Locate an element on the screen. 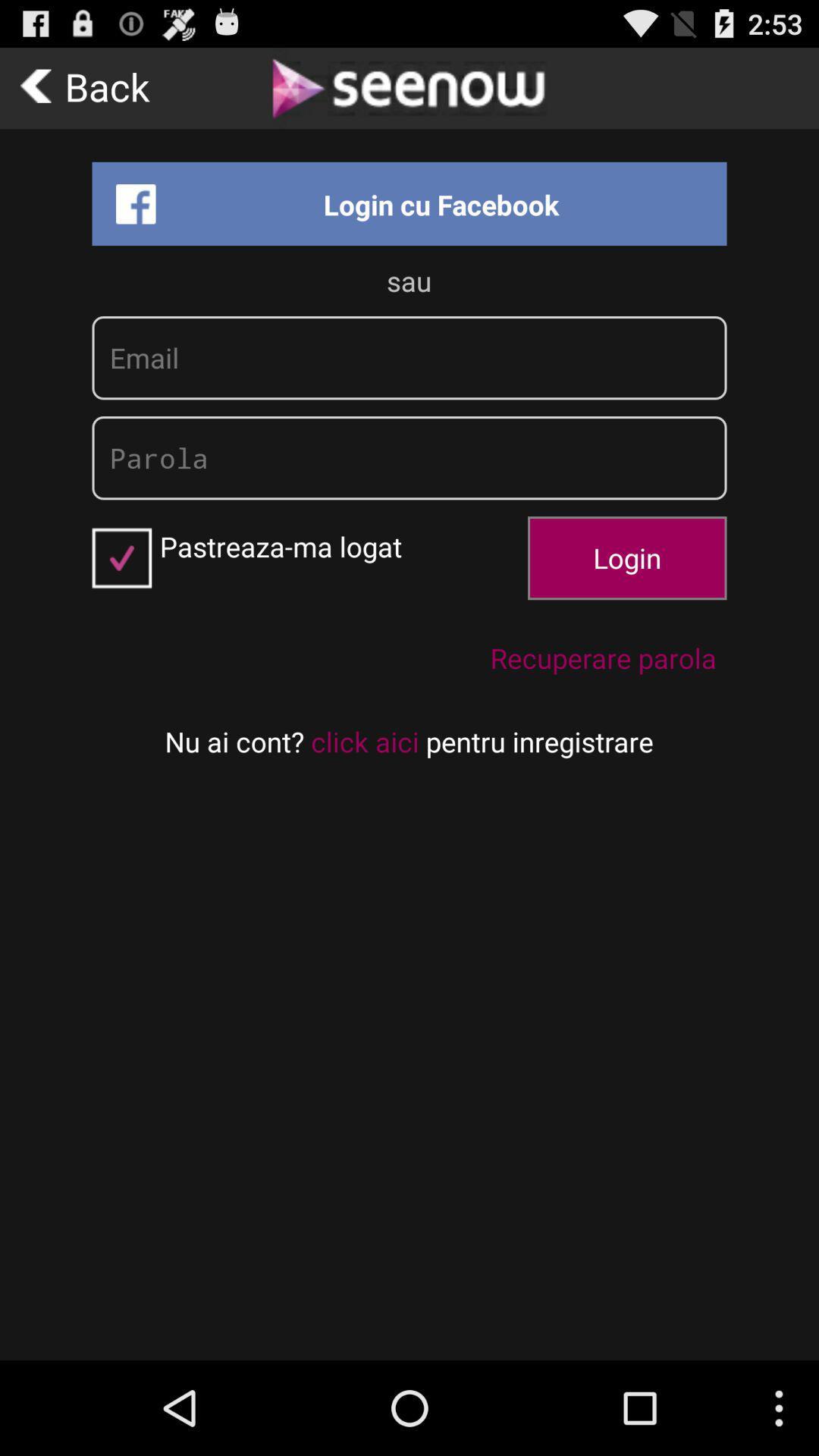  input password is located at coordinates (409, 457).